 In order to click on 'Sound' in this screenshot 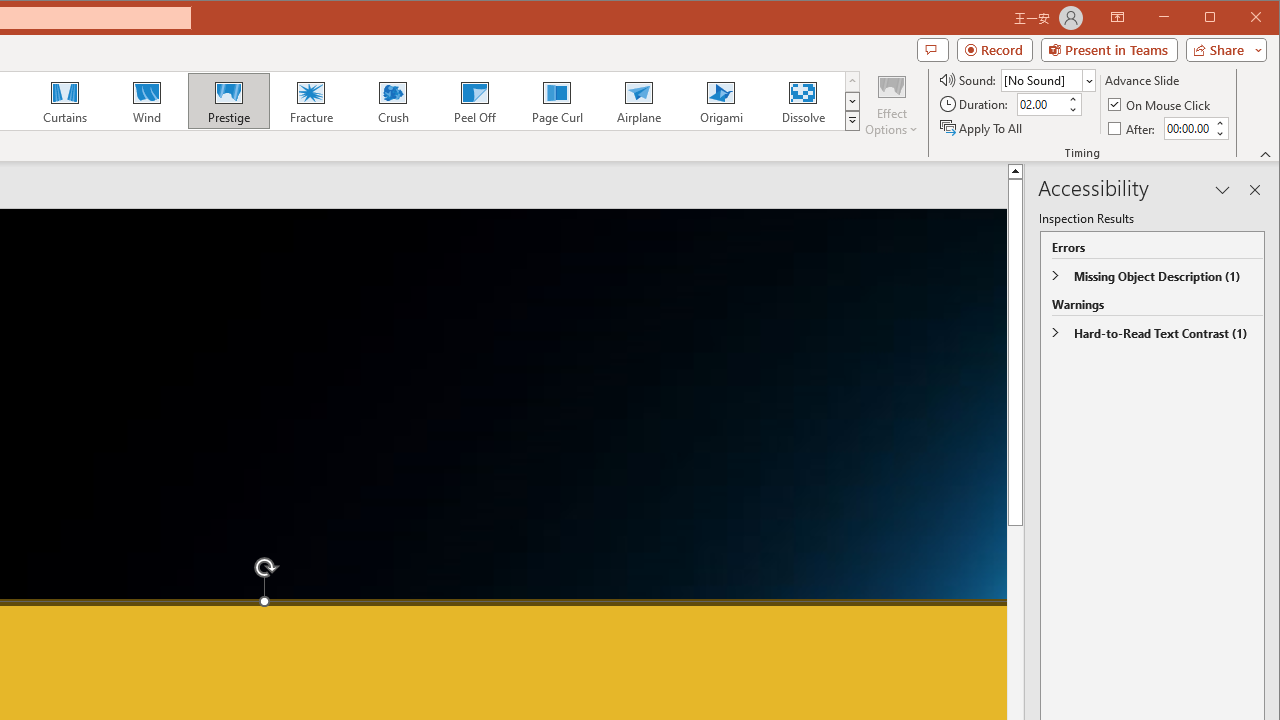, I will do `click(1047, 79)`.